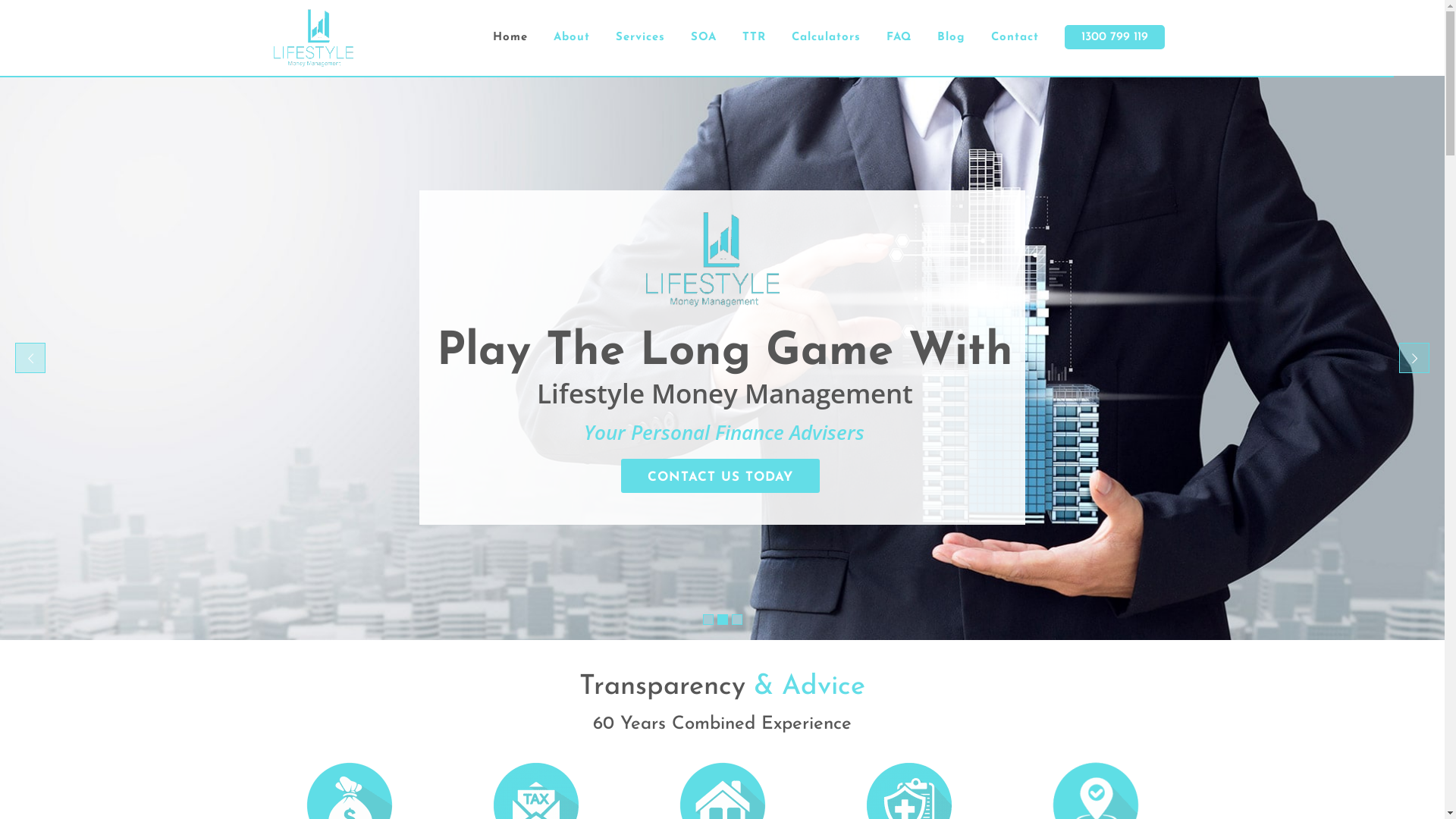 The width and height of the screenshot is (1456, 819). Describe the element at coordinates (824, 37) in the screenshot. I see `'Calculators'` at that location.